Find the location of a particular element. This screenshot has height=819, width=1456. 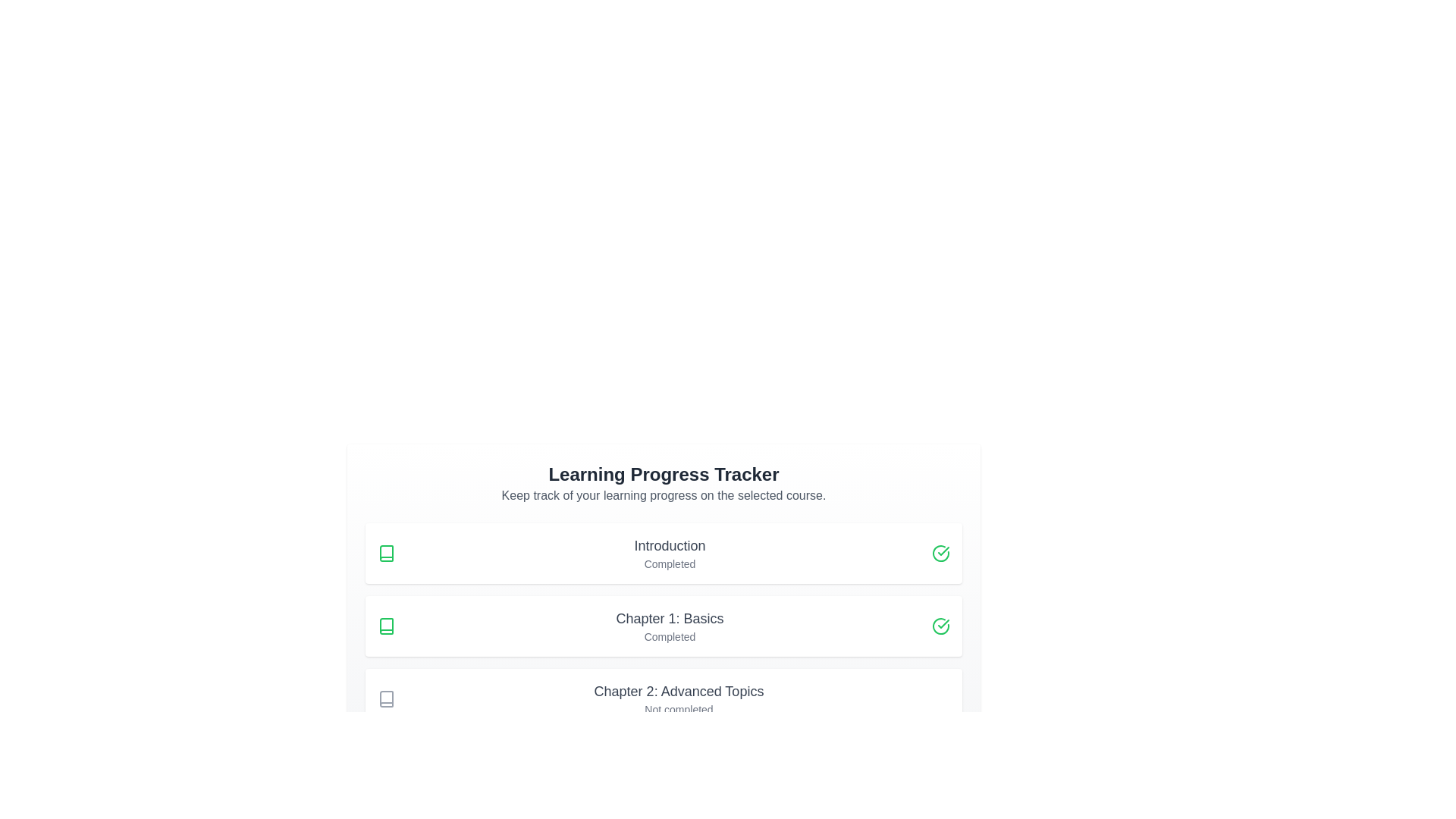

text from the 'Completed' label located directly below the 'Chapter 1: Basics' title, which is displayed in a small, gray font is located at coordinates (669, 637).